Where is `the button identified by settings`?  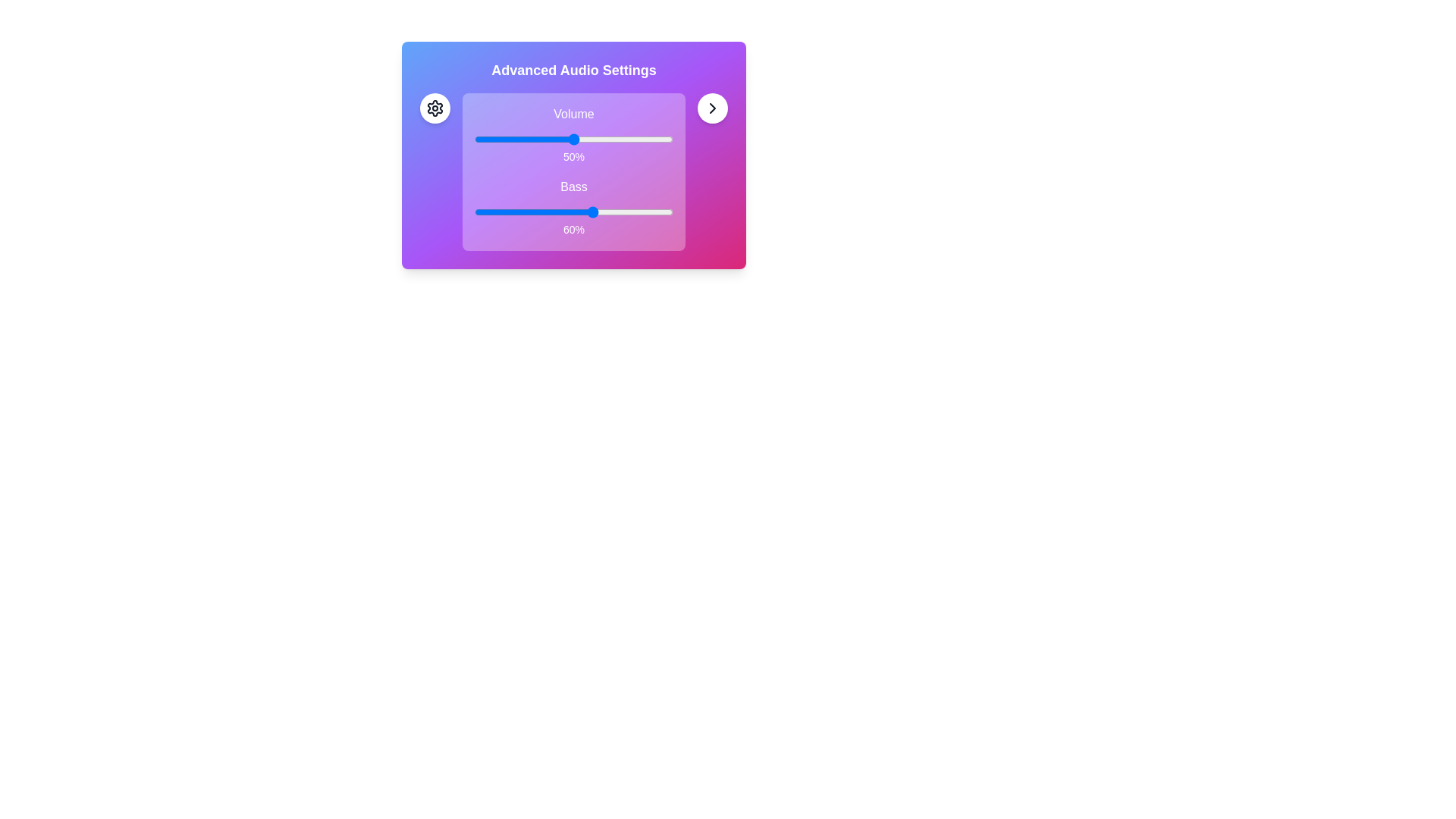
the button identified by settings is located at coordinates (435, 107).